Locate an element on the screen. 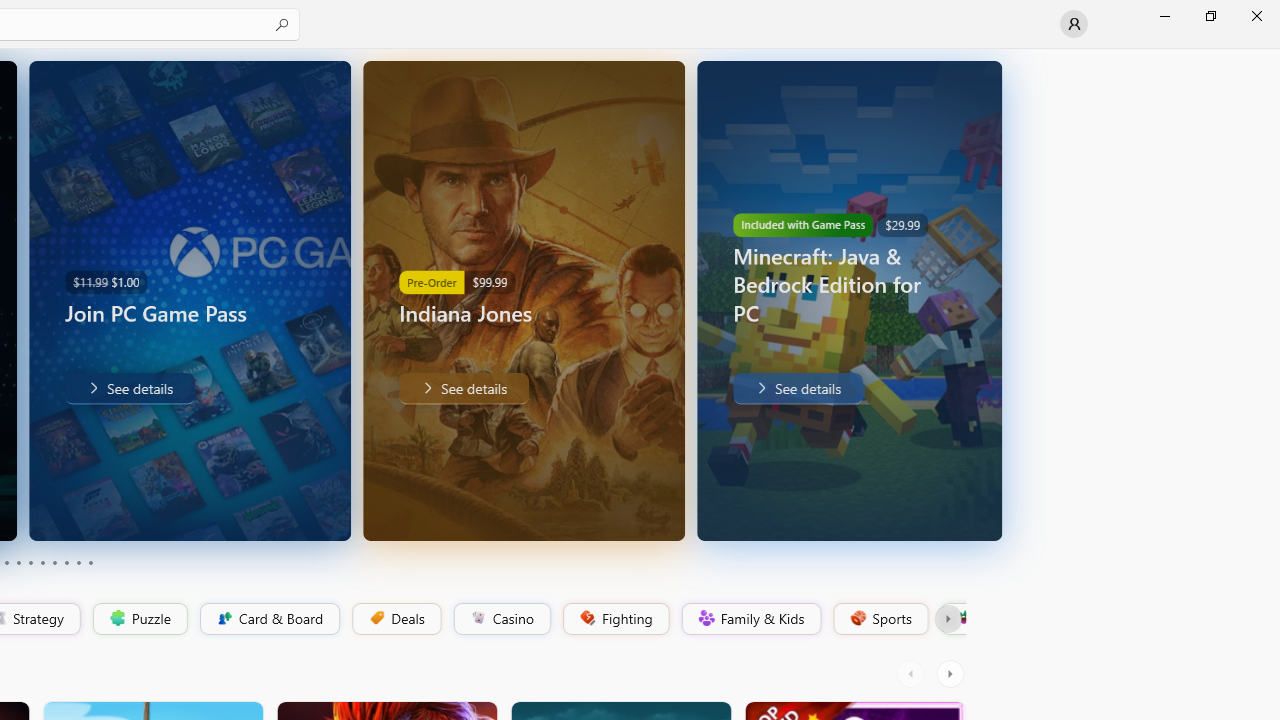 The width and height of the screenshot is (1280, 720). 'Deals' is located at coordinates (395, 618).